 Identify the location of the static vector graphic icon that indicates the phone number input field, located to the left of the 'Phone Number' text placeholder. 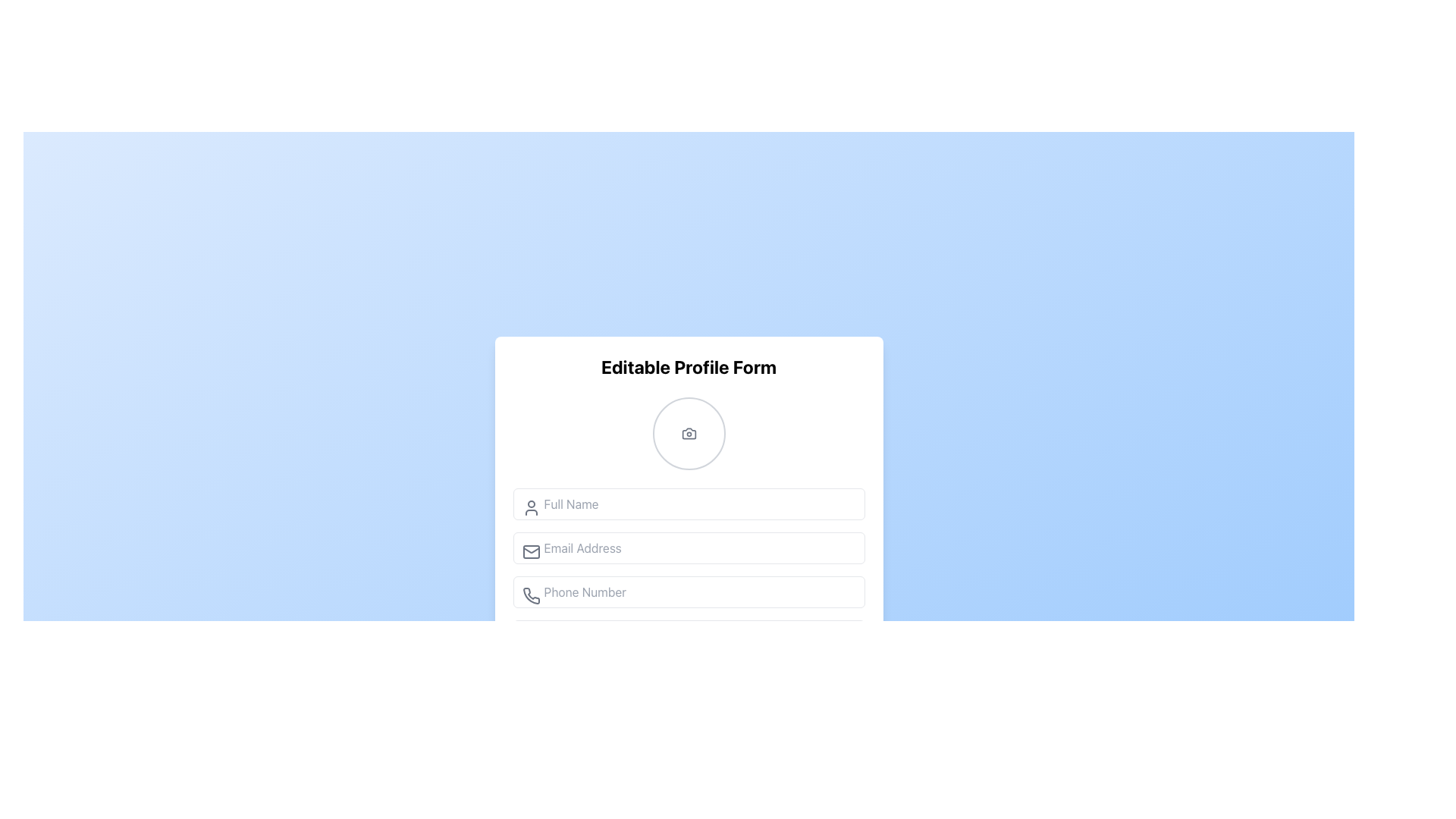
(531, 595).